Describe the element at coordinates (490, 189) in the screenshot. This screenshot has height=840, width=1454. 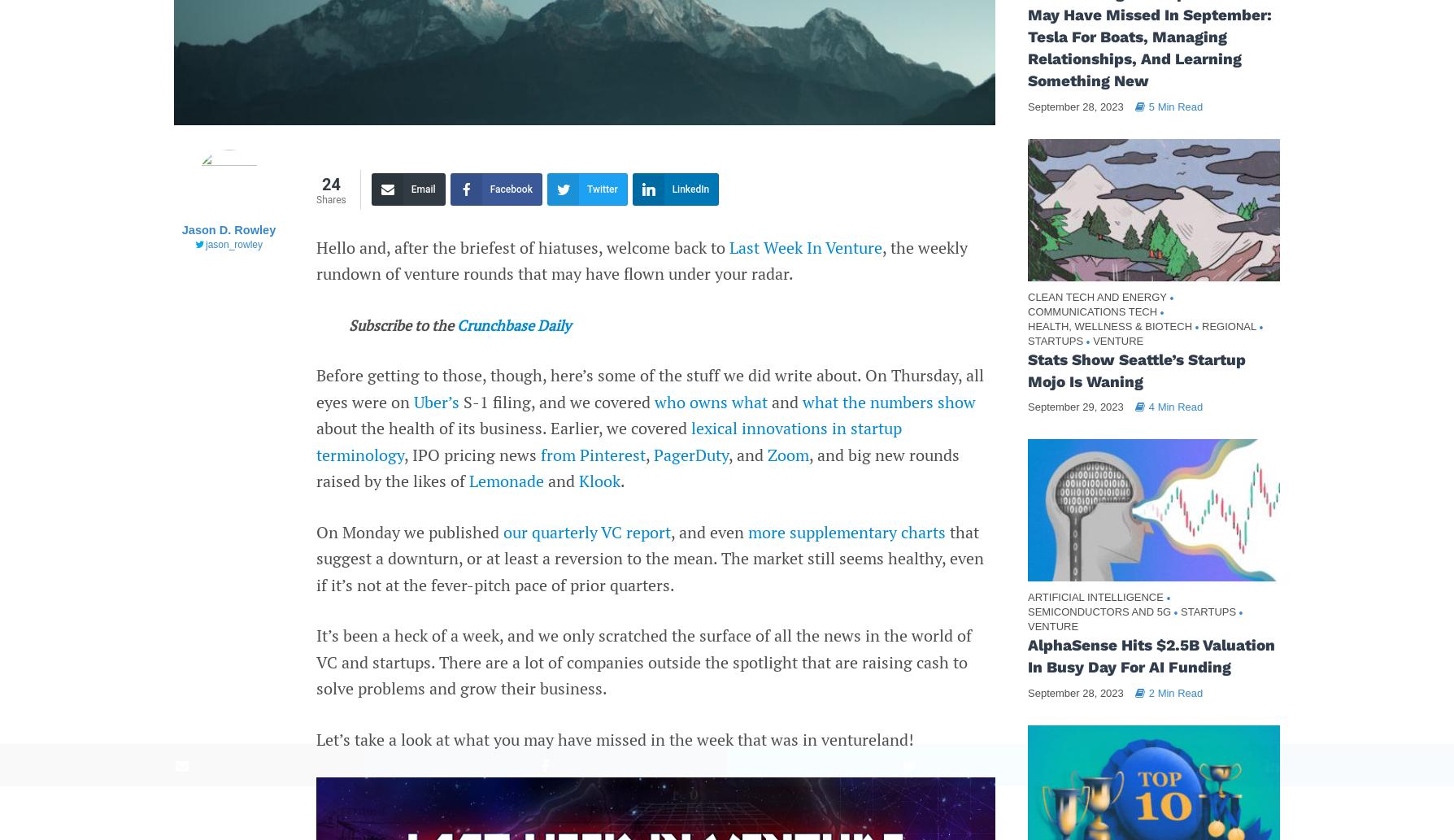
I see `'Facebook'` at that location.